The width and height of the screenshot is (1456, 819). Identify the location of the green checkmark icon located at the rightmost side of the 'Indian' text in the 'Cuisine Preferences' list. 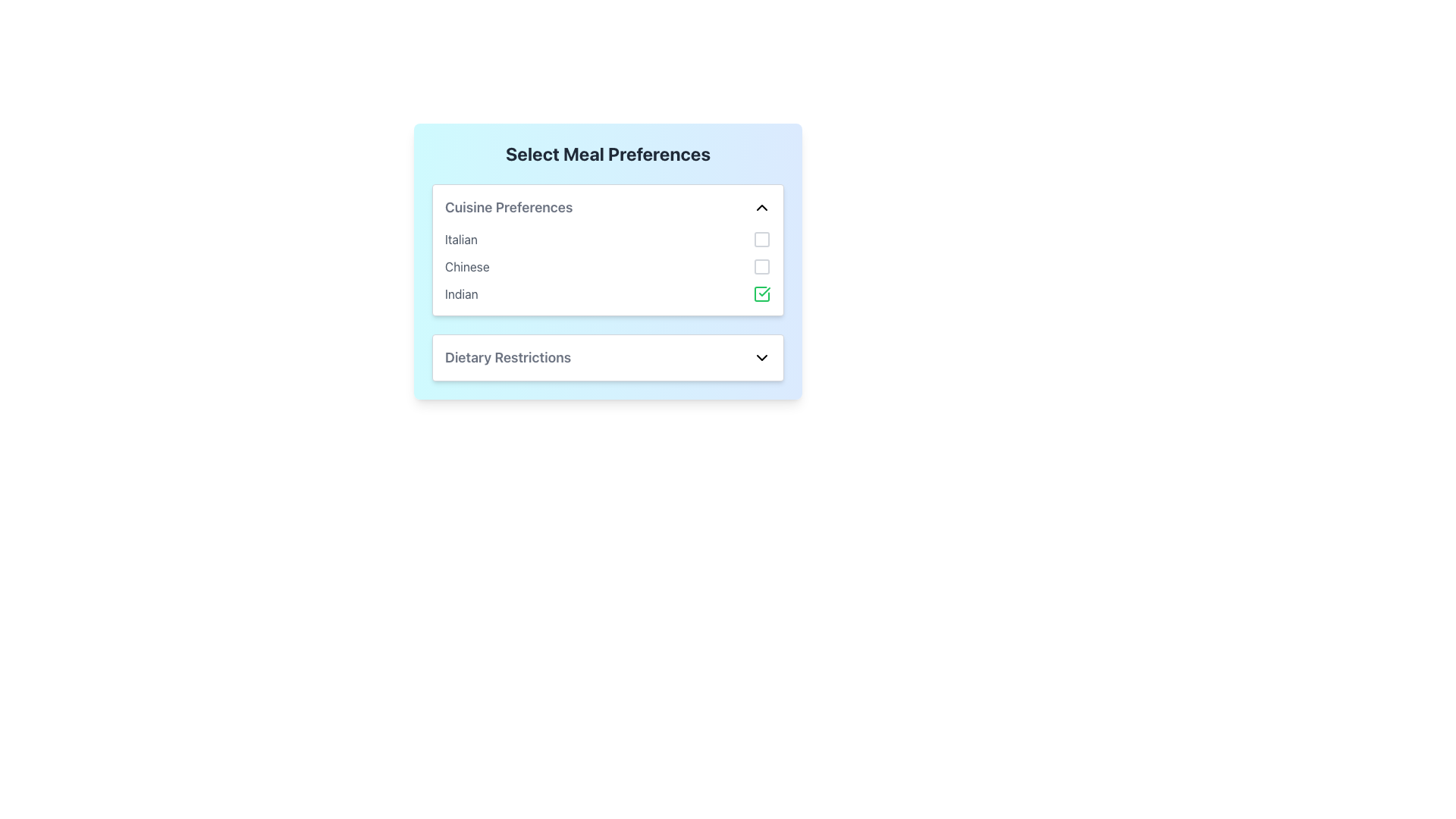
(764, 292).